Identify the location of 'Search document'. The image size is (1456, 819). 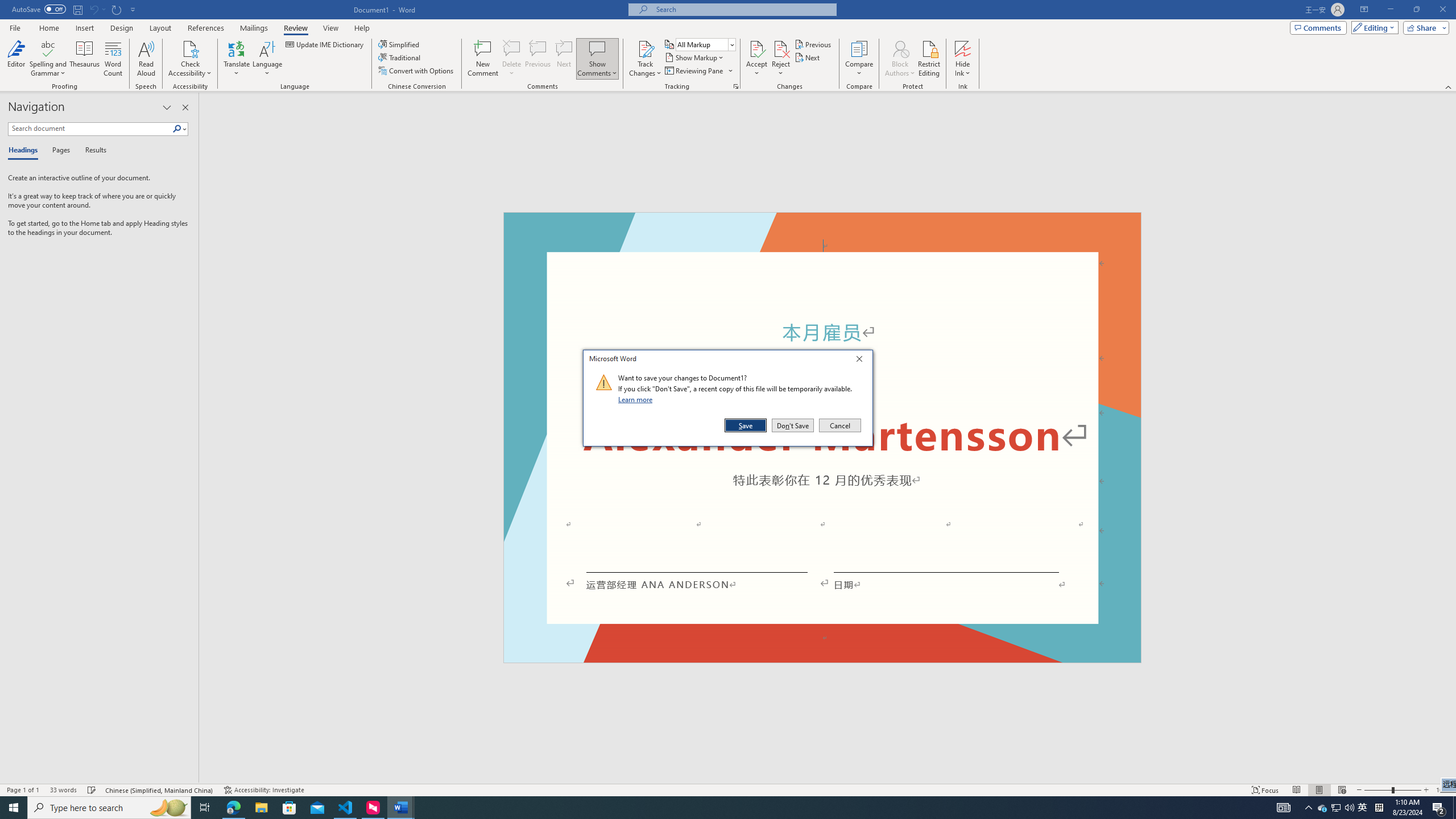
(90, 128).